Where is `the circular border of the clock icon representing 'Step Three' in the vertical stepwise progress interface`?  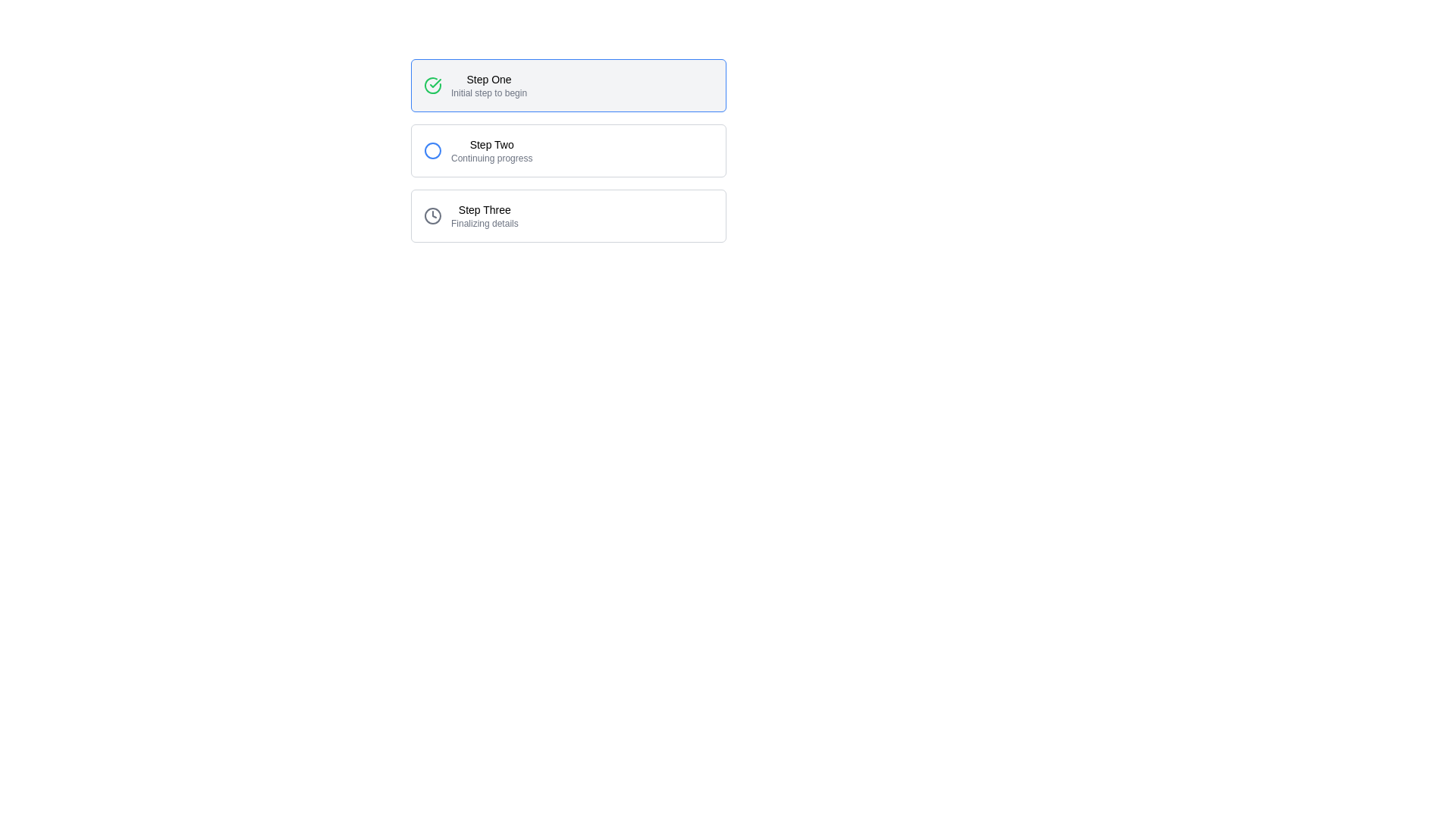 the circular border of the clock icon representing 'Step Three' in the vertical stepwise progress interface is located at coordinates (432, 216).